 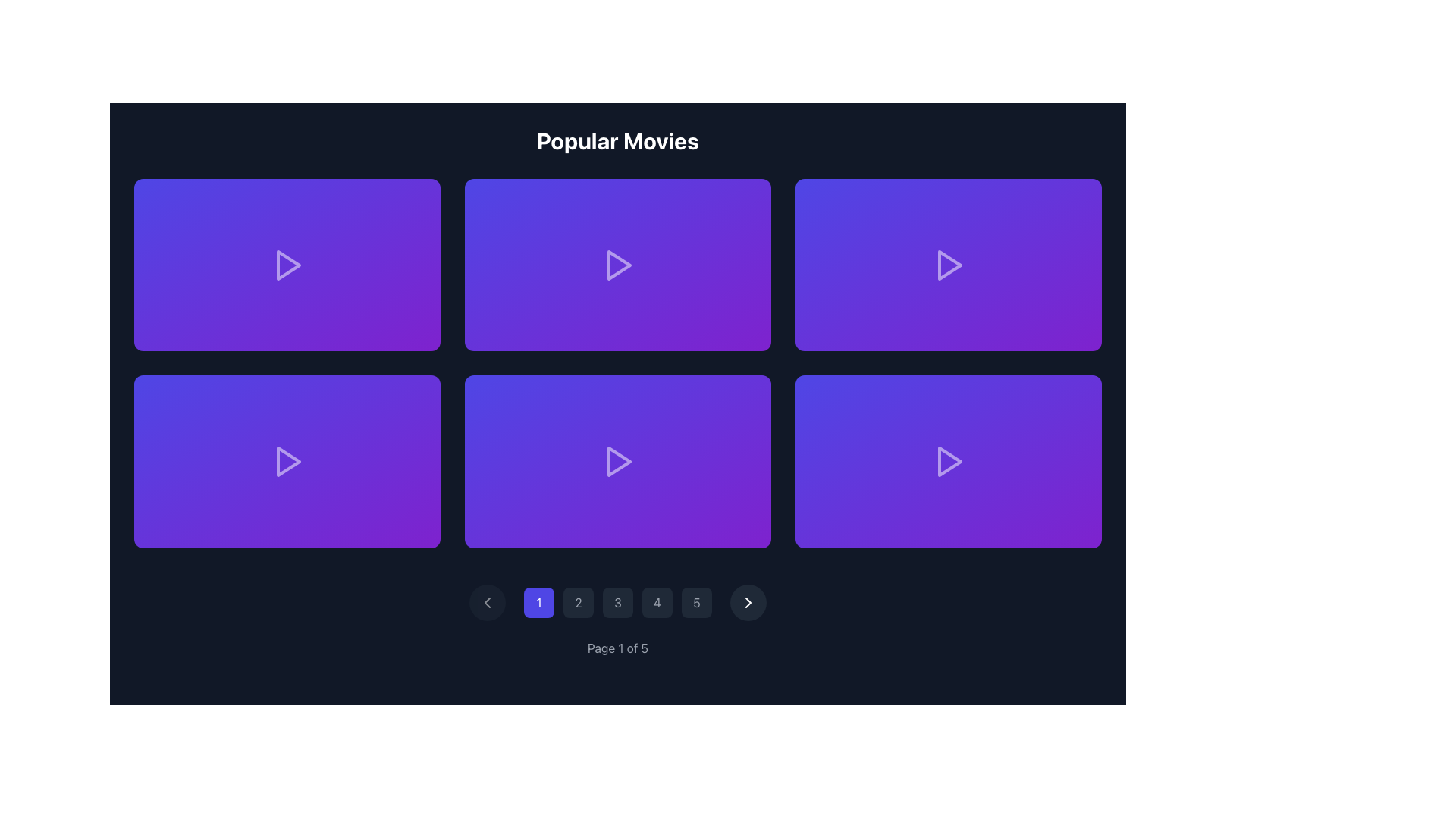 What do you see at coordinates (948, 263) in the screenshot?
I see `the play button on the Media card located in the top-right corner of the grid` at bounding box center [948, 263].